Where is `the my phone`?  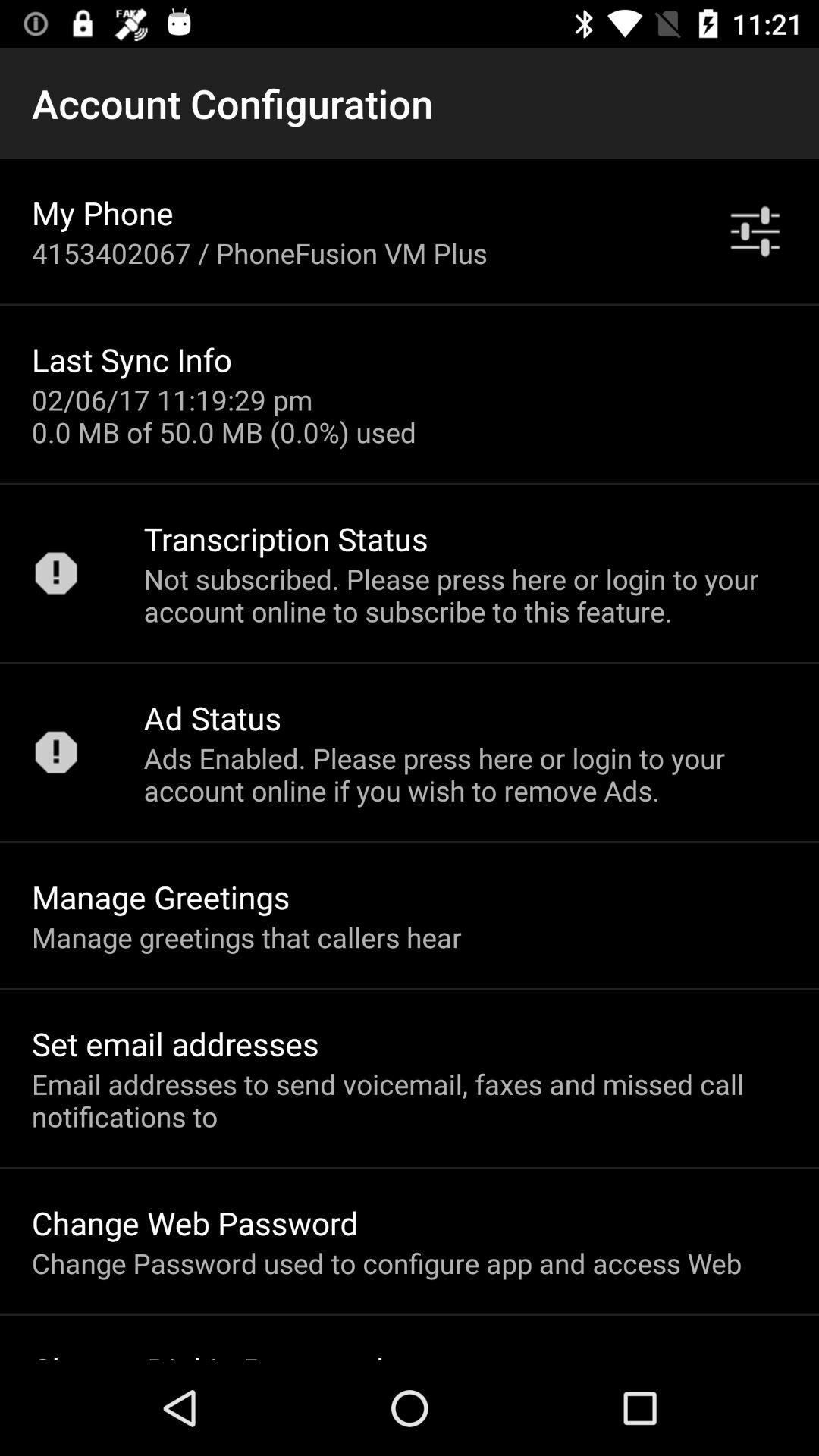
the my phone is located at coordinates (102, 212).